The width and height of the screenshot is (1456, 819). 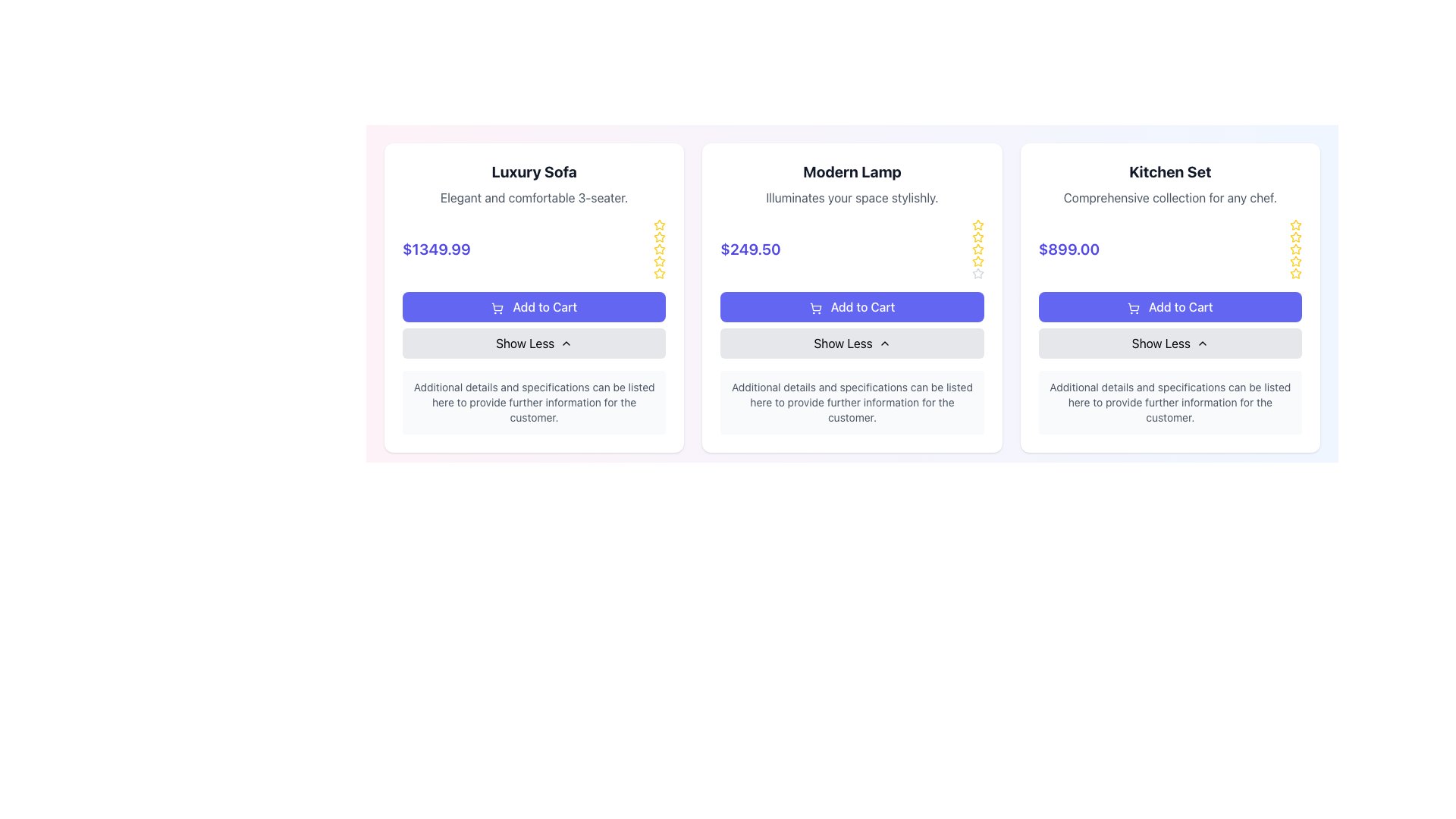 I want to click on the fourth yellow star icon located in the rightmost column of stars on a product card to rate or view details, so click(x=1294, y=248).